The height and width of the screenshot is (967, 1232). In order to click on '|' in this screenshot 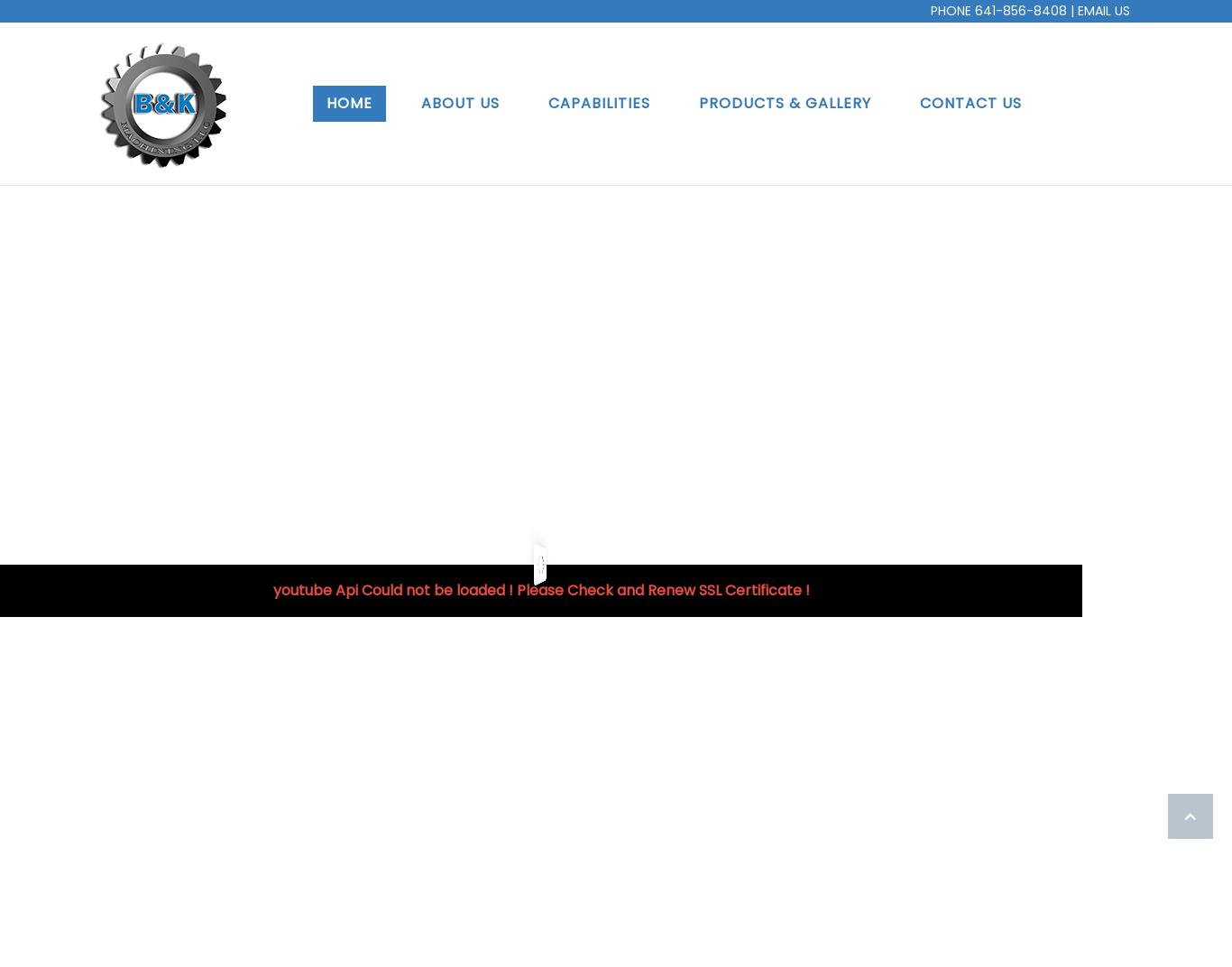, I will do `click(1071, 10)`.